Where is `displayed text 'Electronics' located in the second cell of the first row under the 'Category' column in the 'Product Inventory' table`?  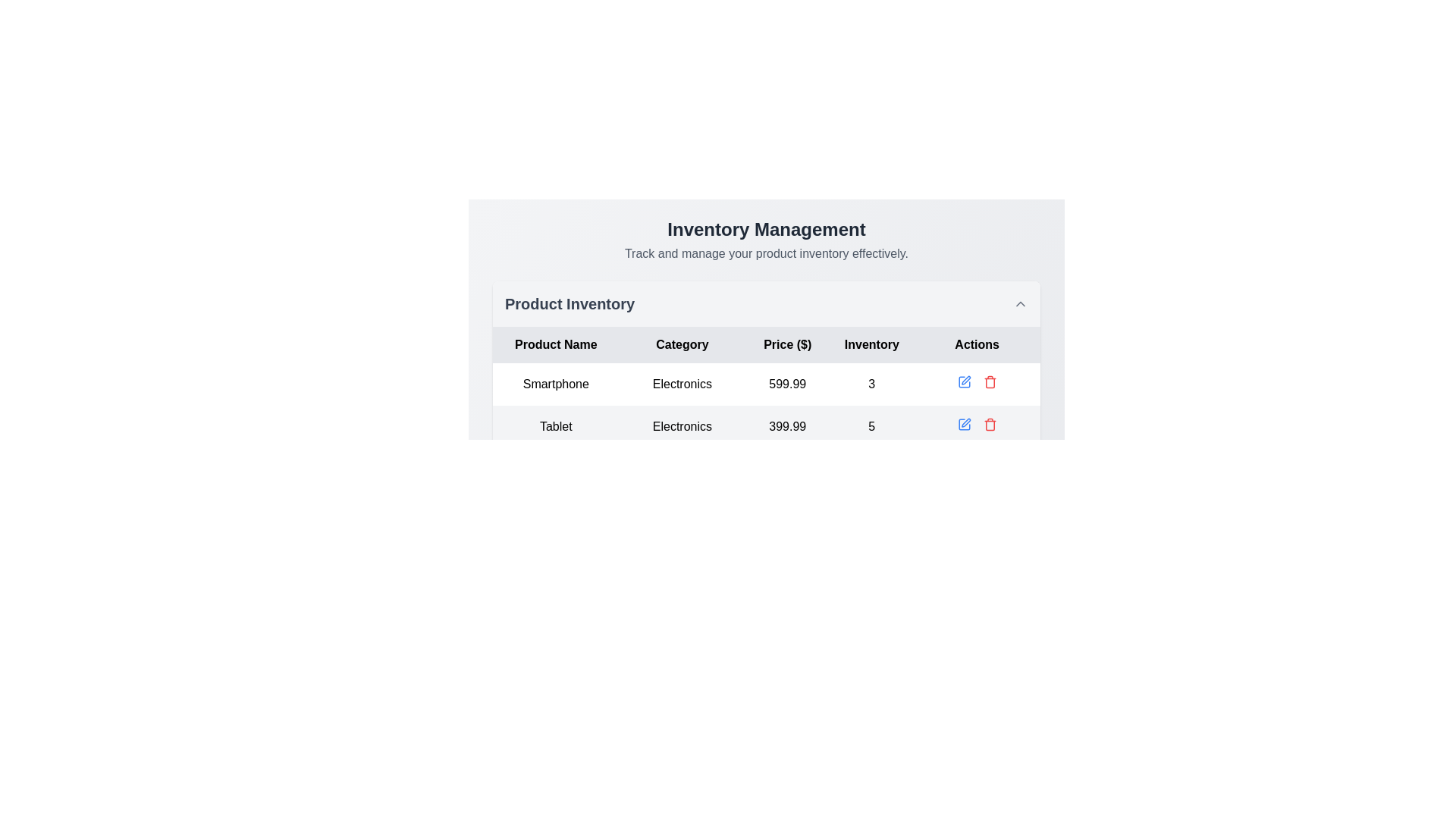
displayed text 'Electronics' located in the second cell of the first row under the 'Category' column in the 'Product Inventory' table is located at coordinates (681, 383).